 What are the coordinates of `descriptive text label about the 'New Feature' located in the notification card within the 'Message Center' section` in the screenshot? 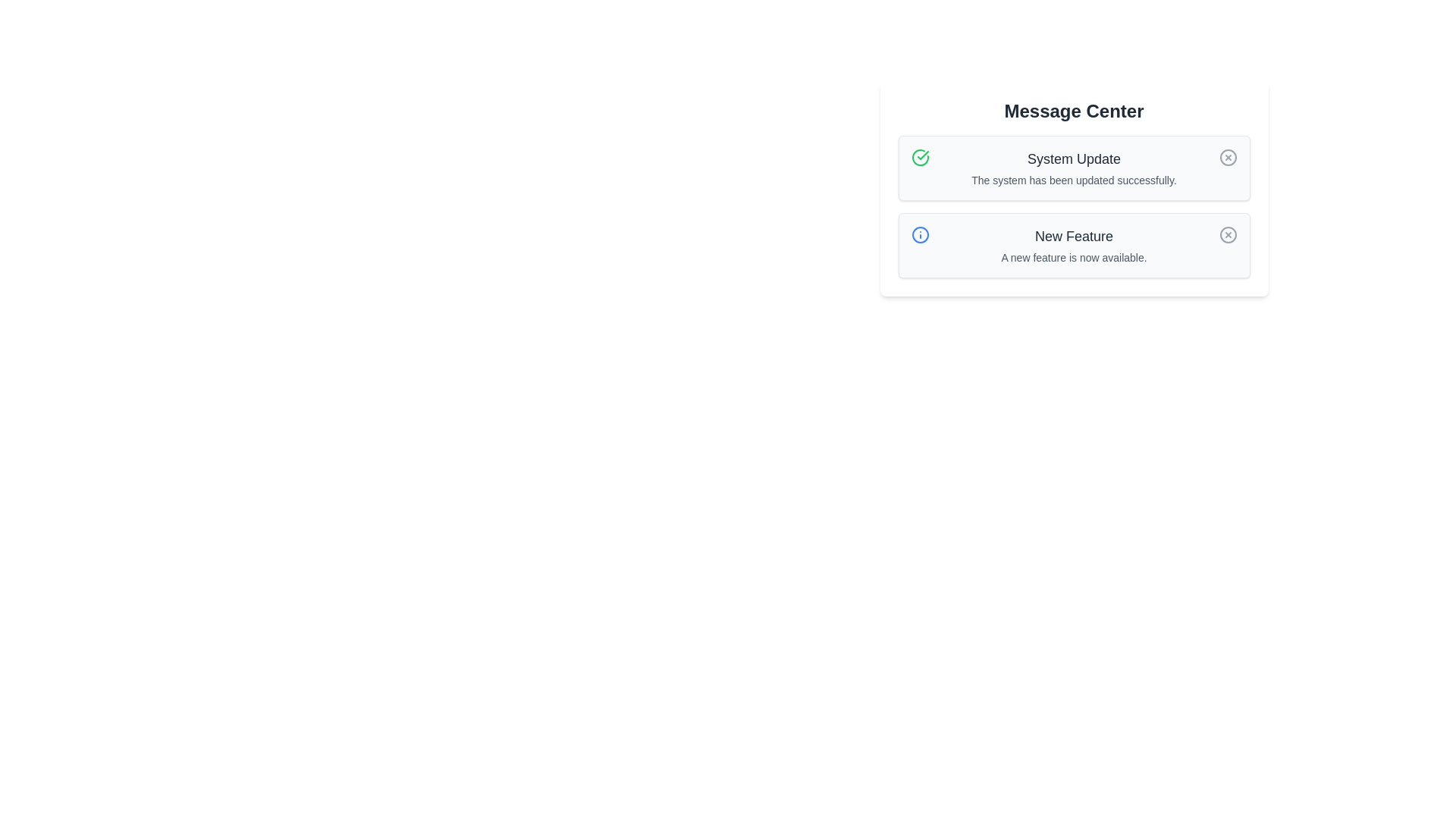 It's located at (1073, 256).